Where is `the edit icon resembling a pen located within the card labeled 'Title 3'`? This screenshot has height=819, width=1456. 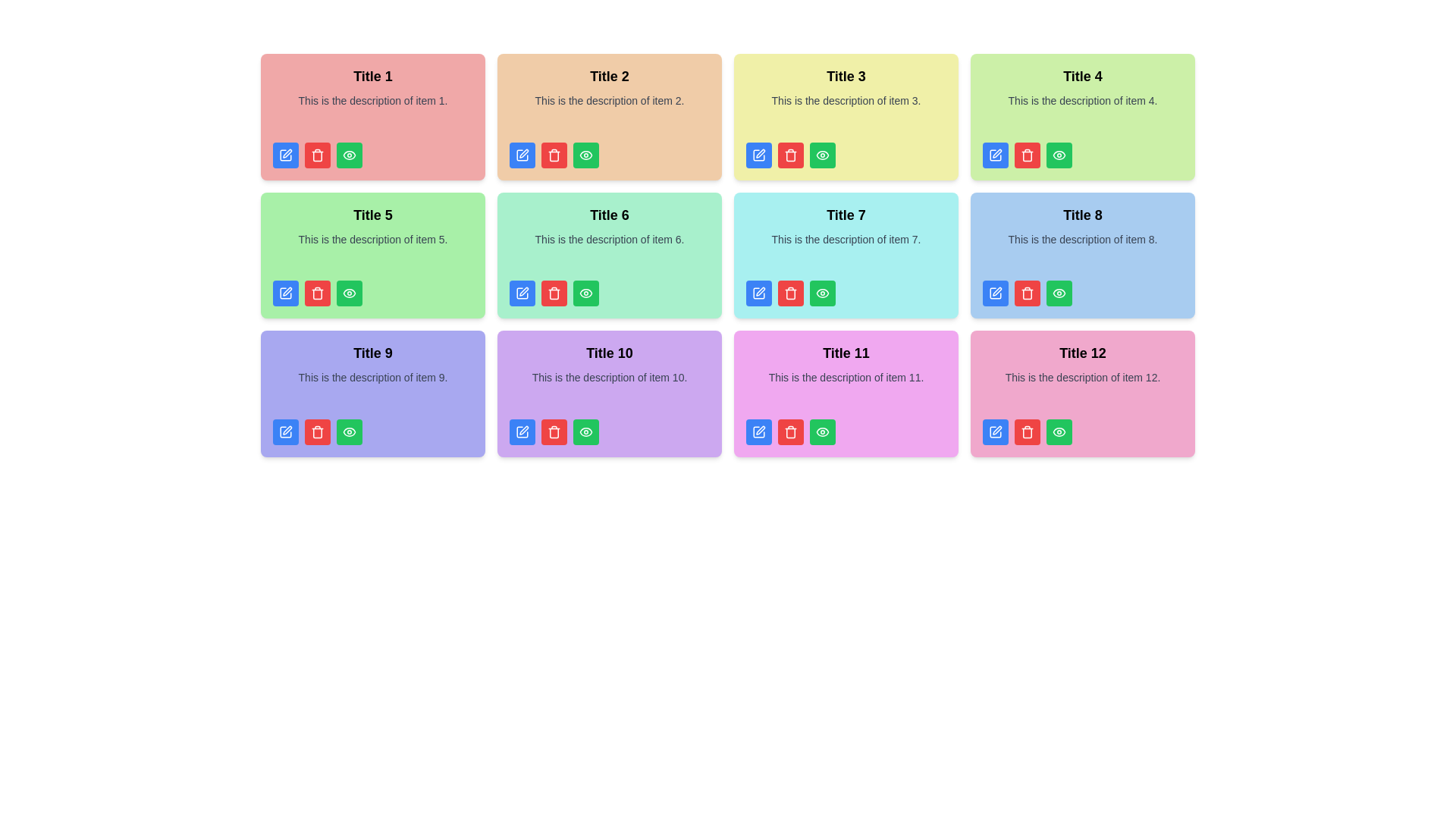 the edit icon resembling a pen located within the card labeled 'Title 3' is located at coordinates (761, 153).